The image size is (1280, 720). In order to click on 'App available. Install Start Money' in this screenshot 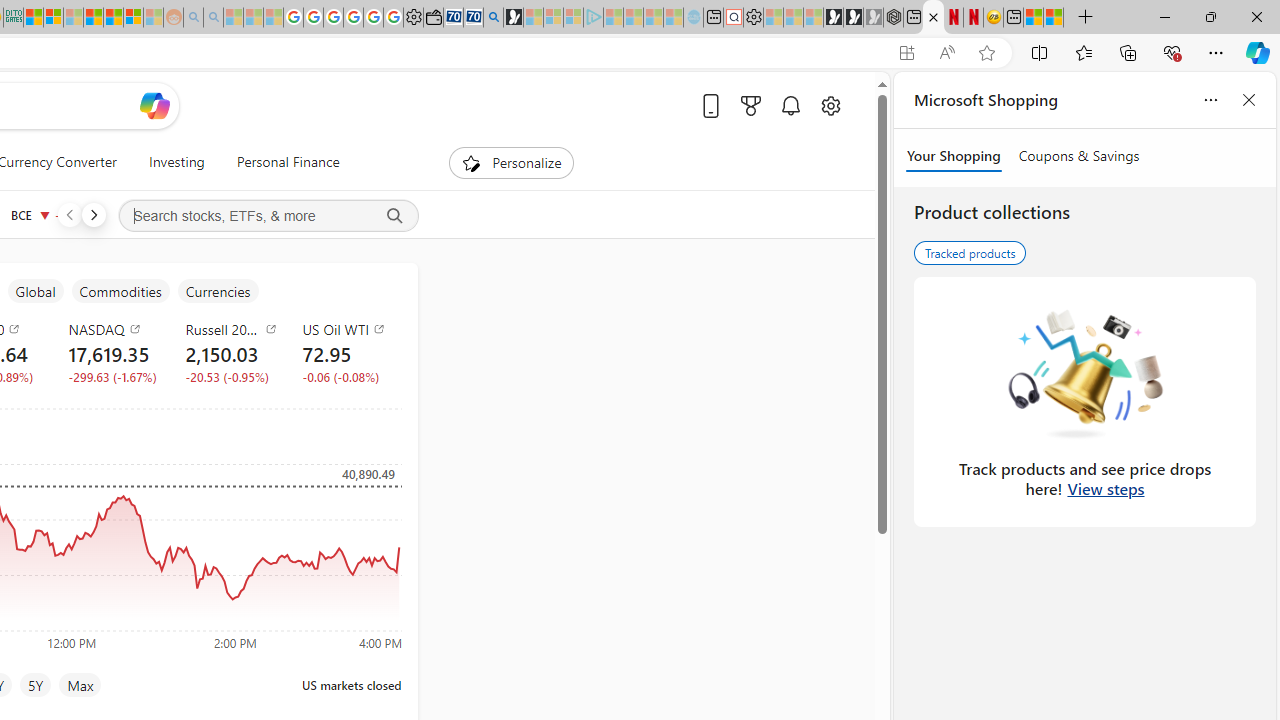, I will do `click(905, 52)`.